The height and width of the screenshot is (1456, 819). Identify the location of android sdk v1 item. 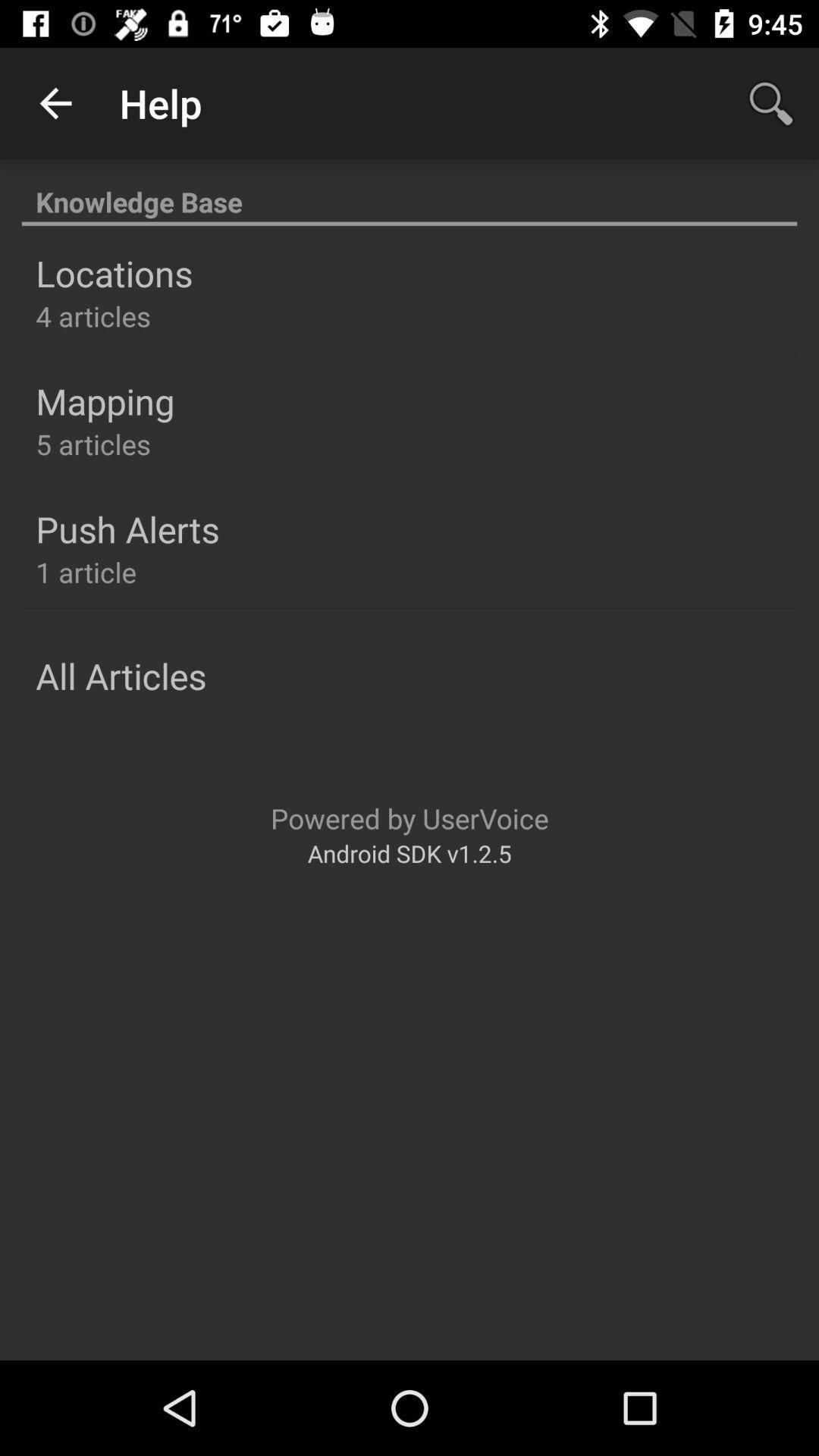
(409, 853).